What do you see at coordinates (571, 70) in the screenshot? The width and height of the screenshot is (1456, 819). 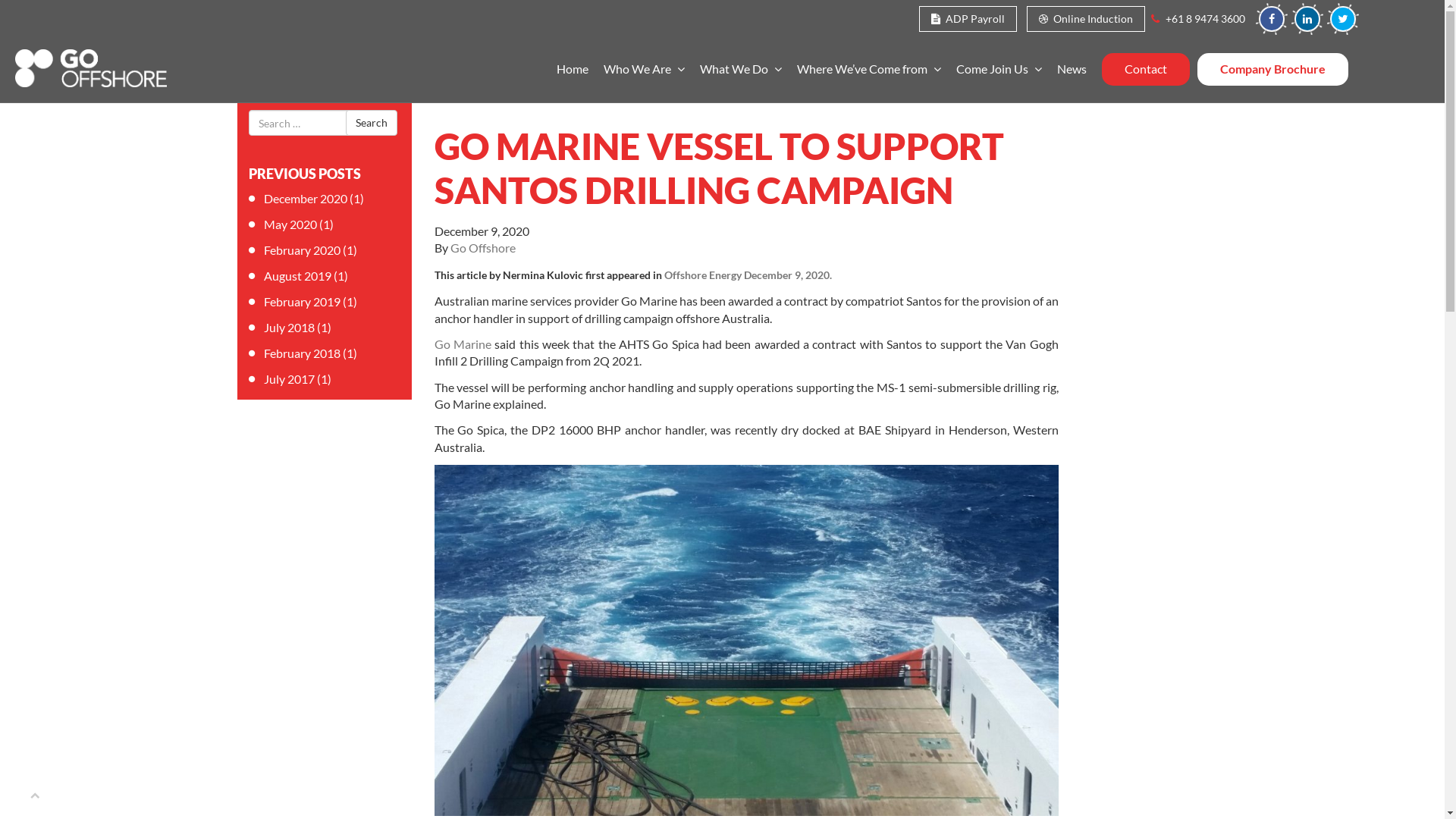 I see `'Home'` at bounding box center [571, 70].